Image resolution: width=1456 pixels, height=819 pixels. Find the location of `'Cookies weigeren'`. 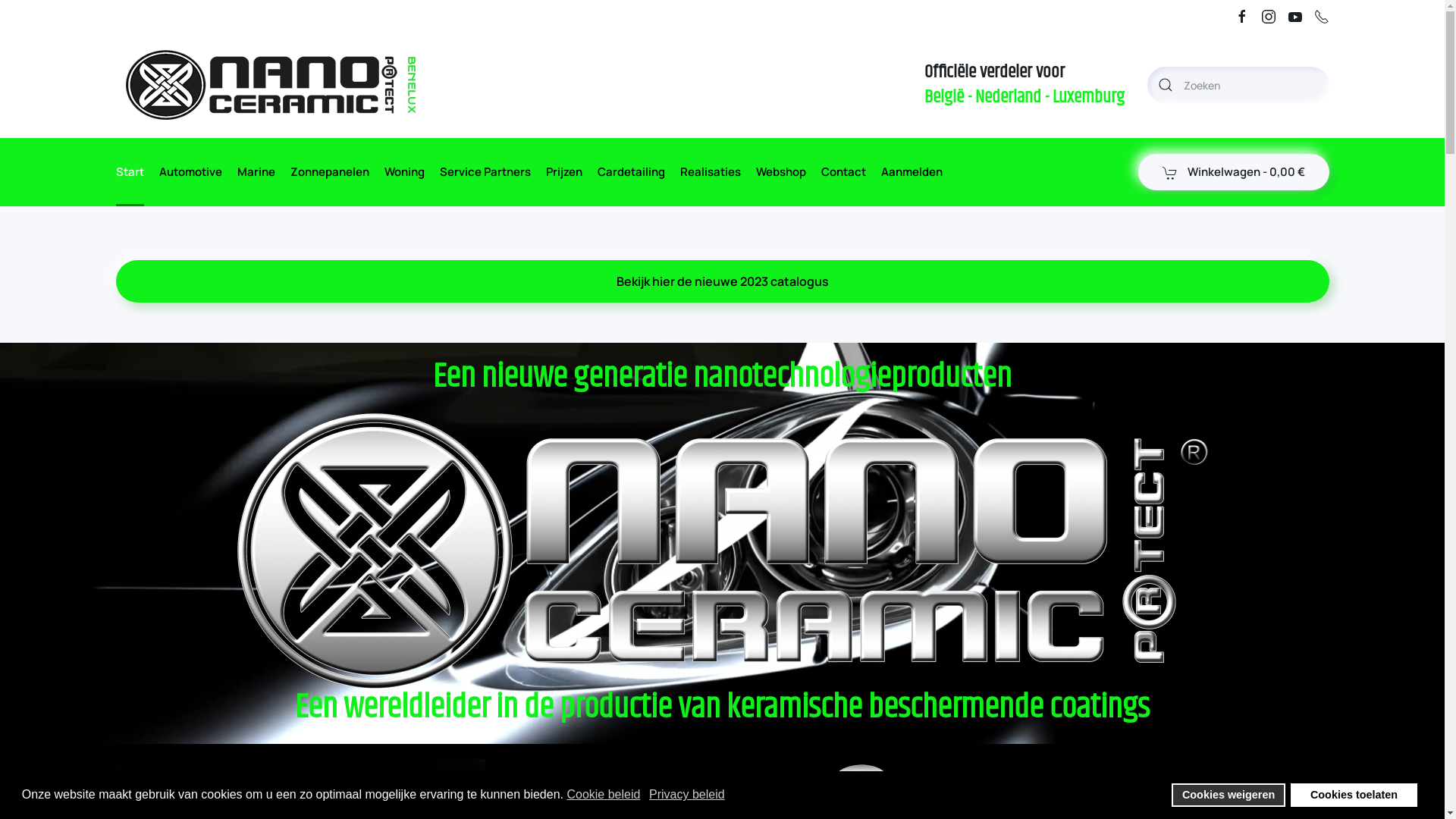

'Cookies weigeren' is located at coordinates (1228, 794).